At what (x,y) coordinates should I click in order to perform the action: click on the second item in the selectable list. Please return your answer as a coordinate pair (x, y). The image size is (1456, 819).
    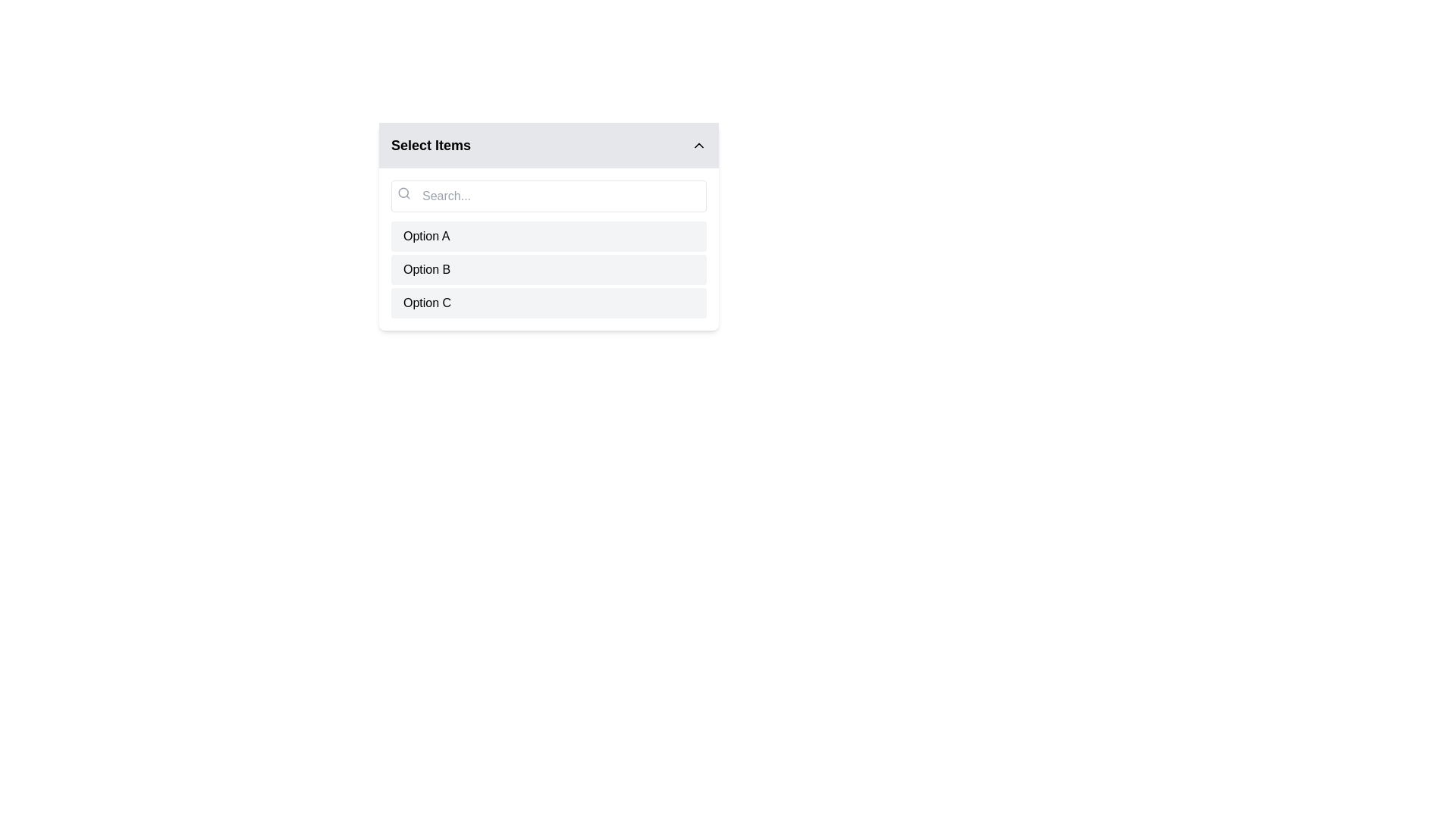
    Looking at the image, I should click on (548, 268).